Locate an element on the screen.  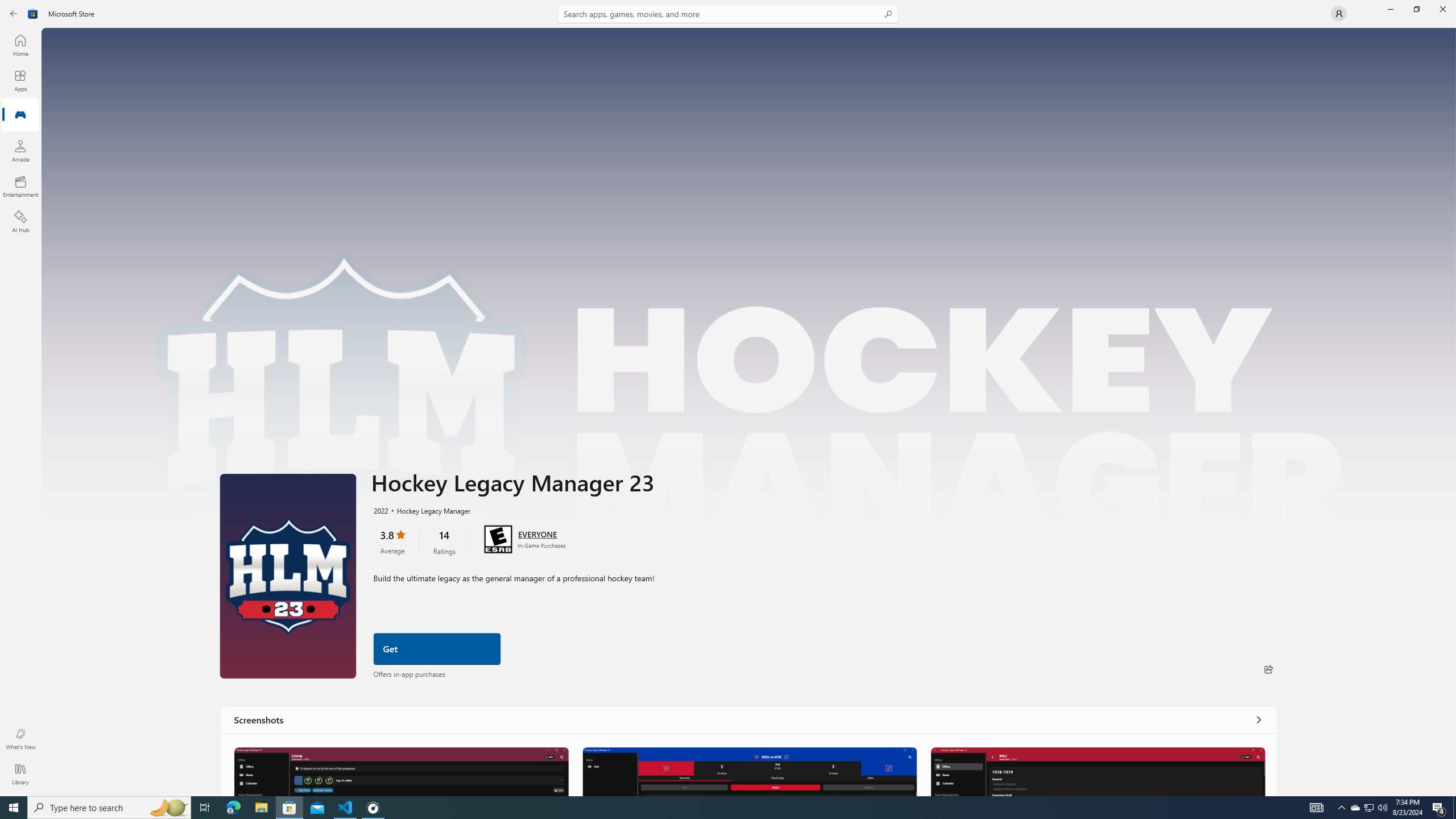
'Screenshot 2' is located at coordinates (748, 771).